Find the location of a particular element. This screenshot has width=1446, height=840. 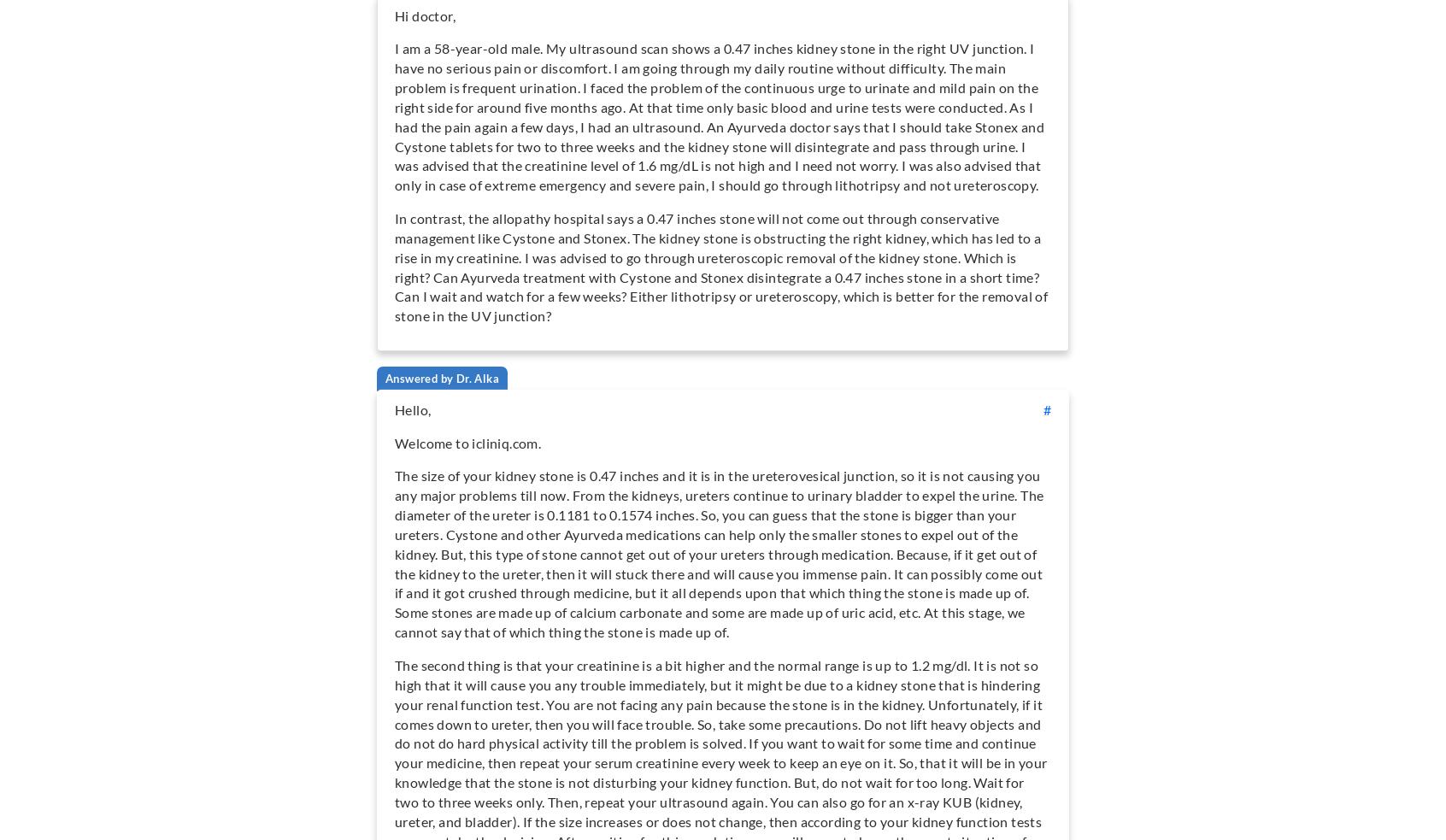

'More...' is located at coordinates (801, 344).